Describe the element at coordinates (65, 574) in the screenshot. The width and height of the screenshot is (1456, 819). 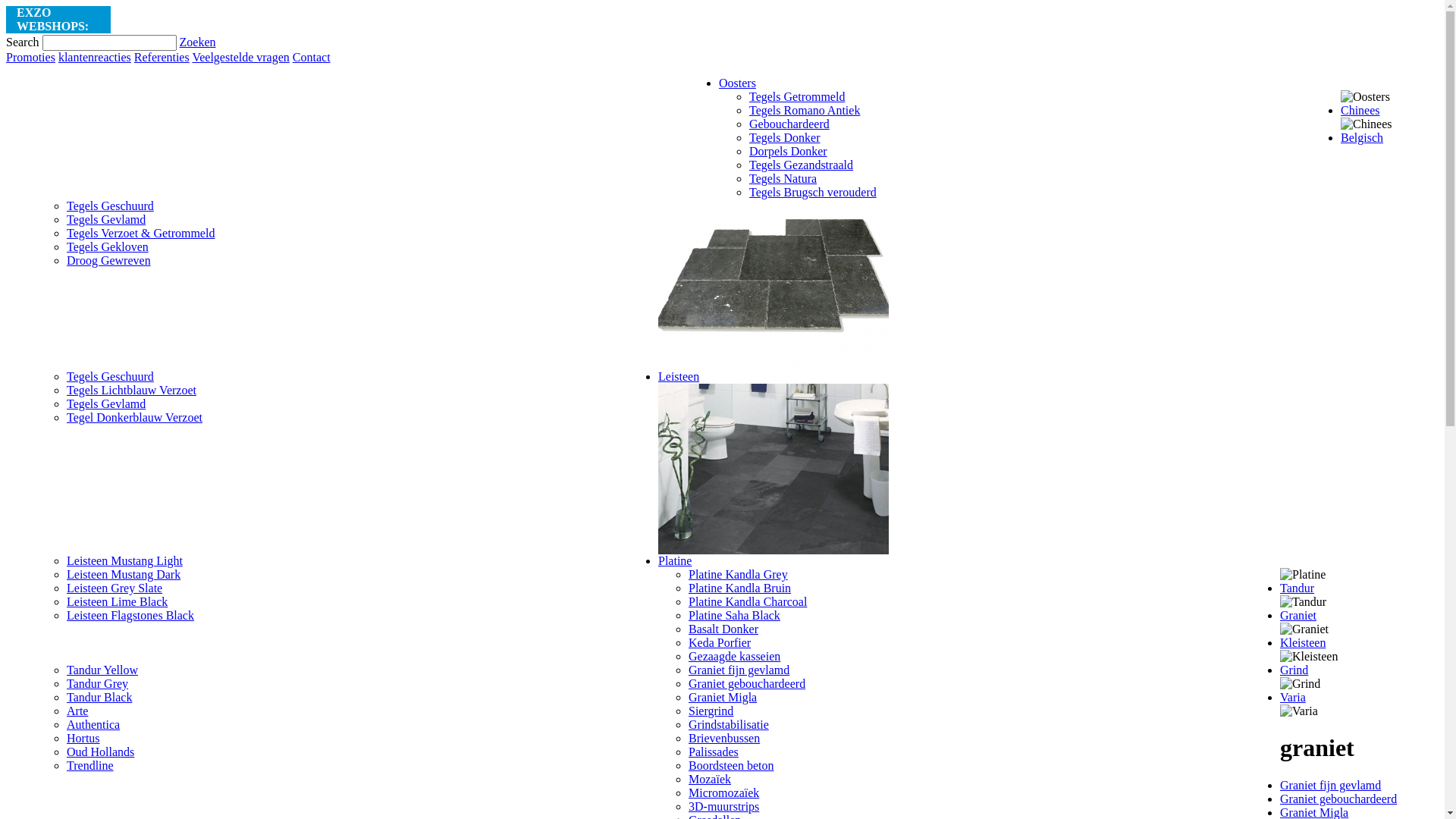
I see `'Leisteen Mustang Dark'` at that location.